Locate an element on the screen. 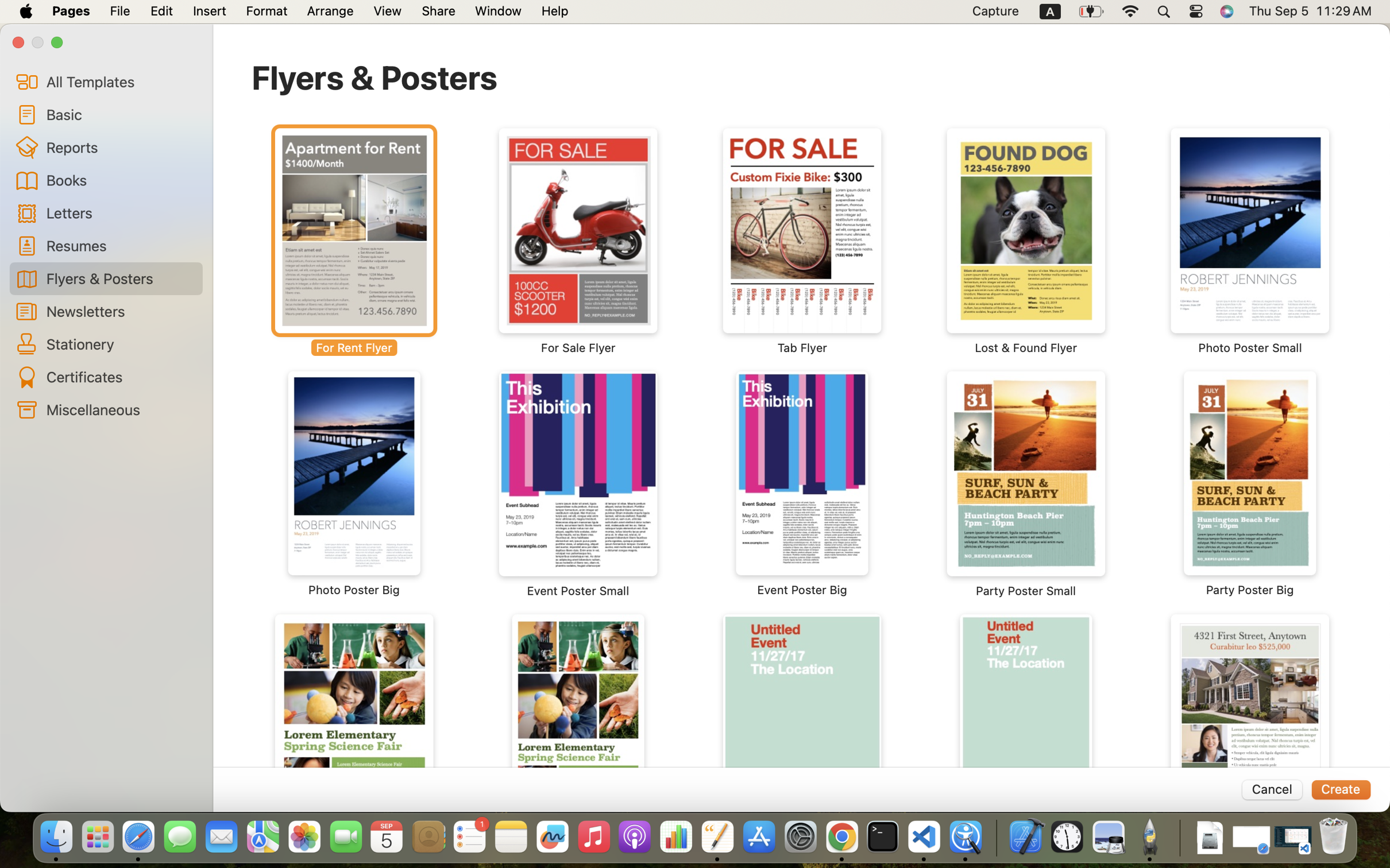 This screenshot has height=868, width=1390. '‎⁨Party Poster Small⁩' is located at coordinates (1026, 484).